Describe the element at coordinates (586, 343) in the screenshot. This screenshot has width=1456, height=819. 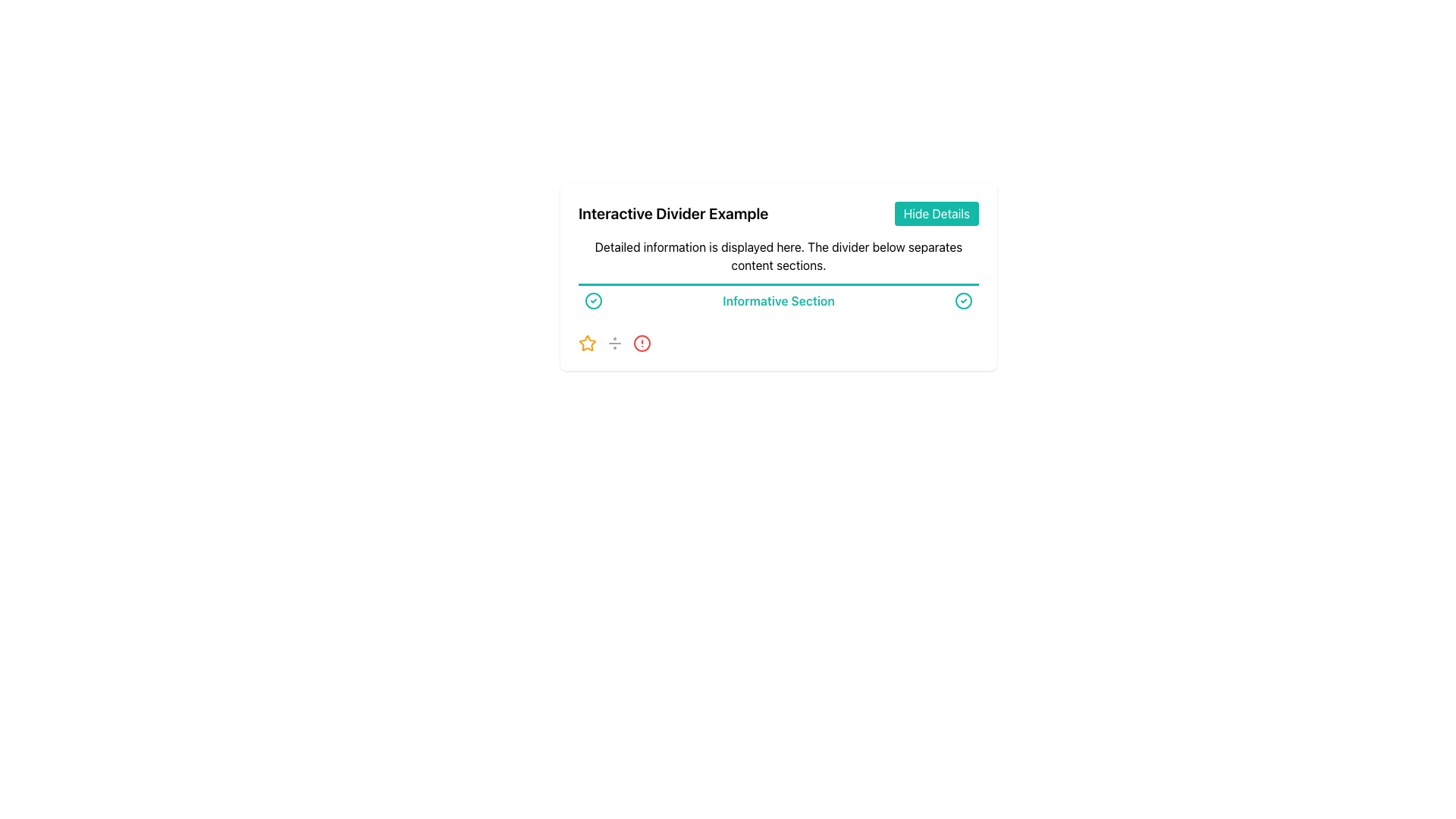
I see `the rating icon located beneath the 'Informative Section' title` at that location.